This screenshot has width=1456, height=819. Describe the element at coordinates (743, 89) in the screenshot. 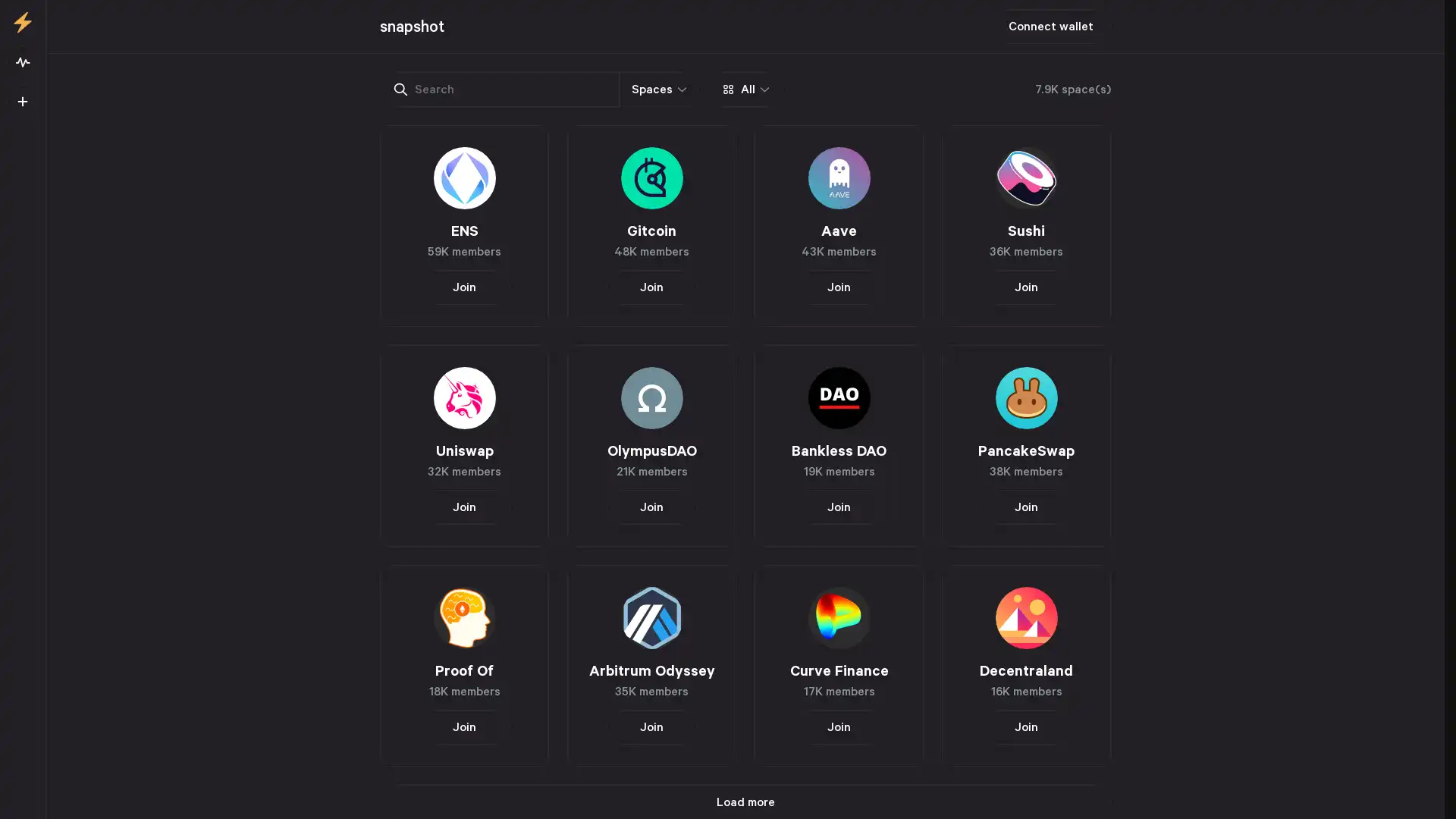

I see `All` at that location.